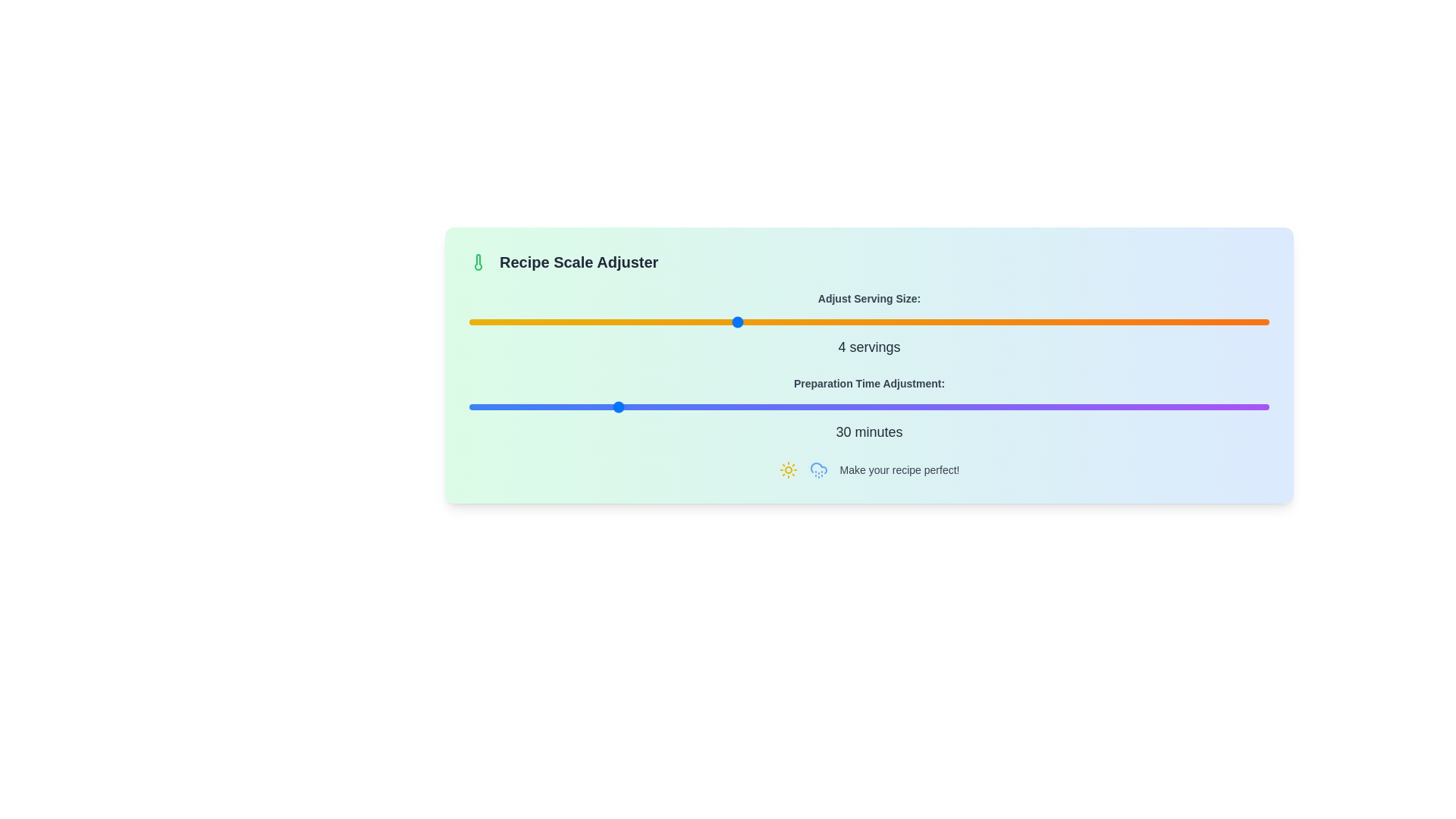 This screenshot has height=819, width=1456. What do you see at coordinates (869, 406) in the screenshot?
I see `the Range Slider located centrally within the 'Preparation Time Adjustment:' section, directly below its label and above the text displaying '30 minutes'` at bounding box center [869, 406].